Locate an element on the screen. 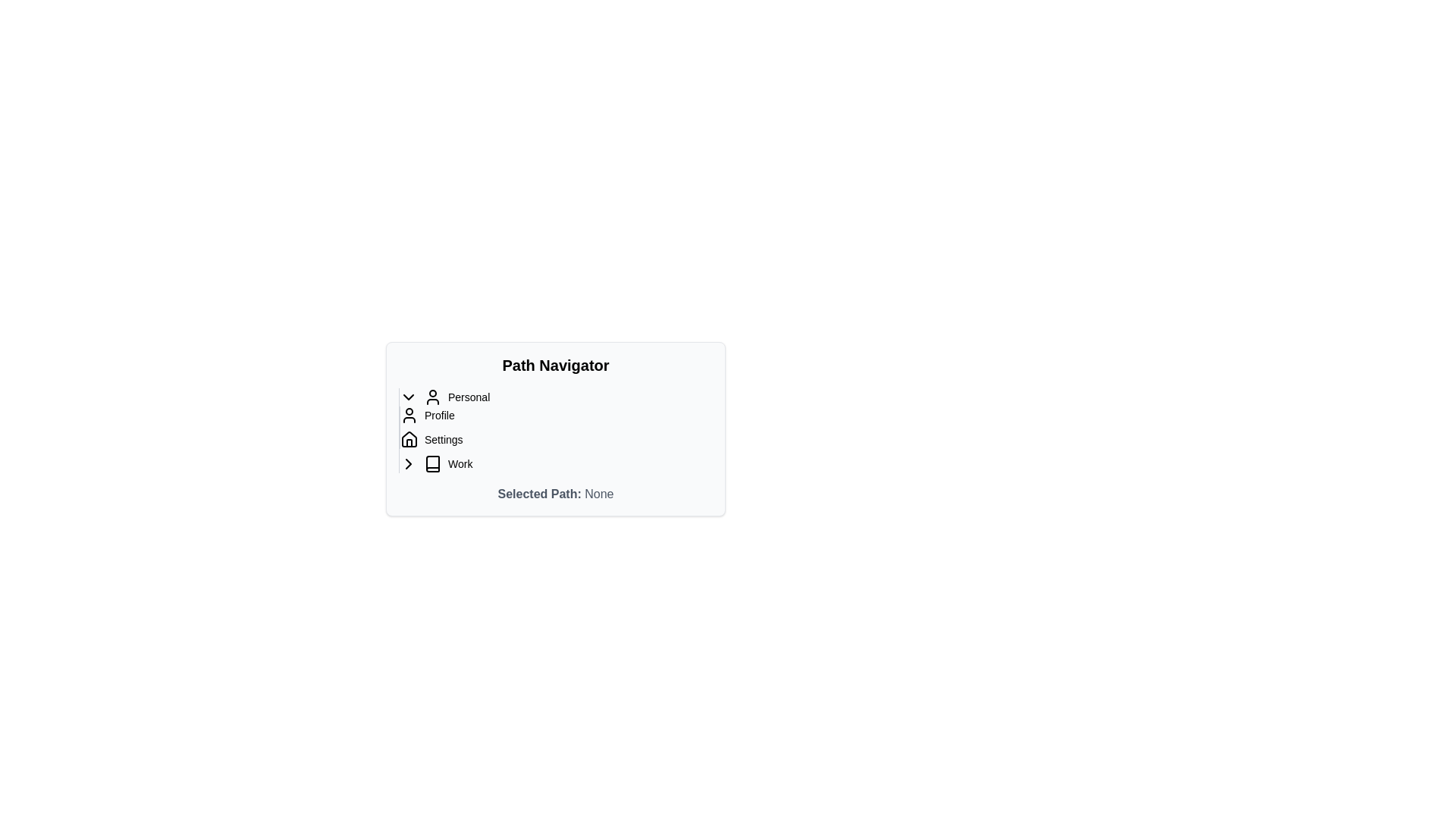  the closed book icon with a horizontal mark, which is the third icon in the vertical list aligned with the 'Work' label is located at coordinates (432, 463).